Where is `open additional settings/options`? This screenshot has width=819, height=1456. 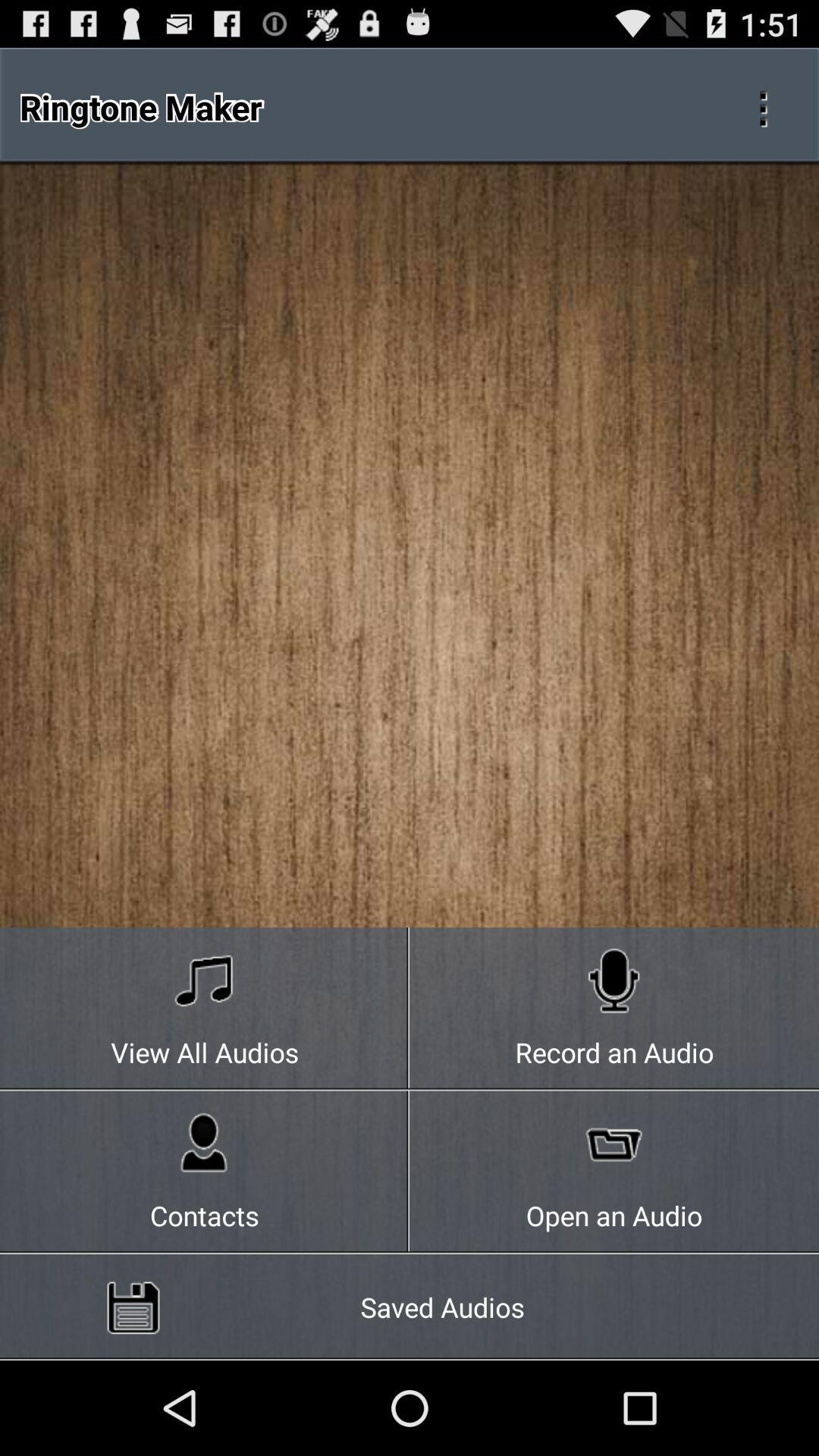
open additional settings/options is located at coordinates (763, 106).